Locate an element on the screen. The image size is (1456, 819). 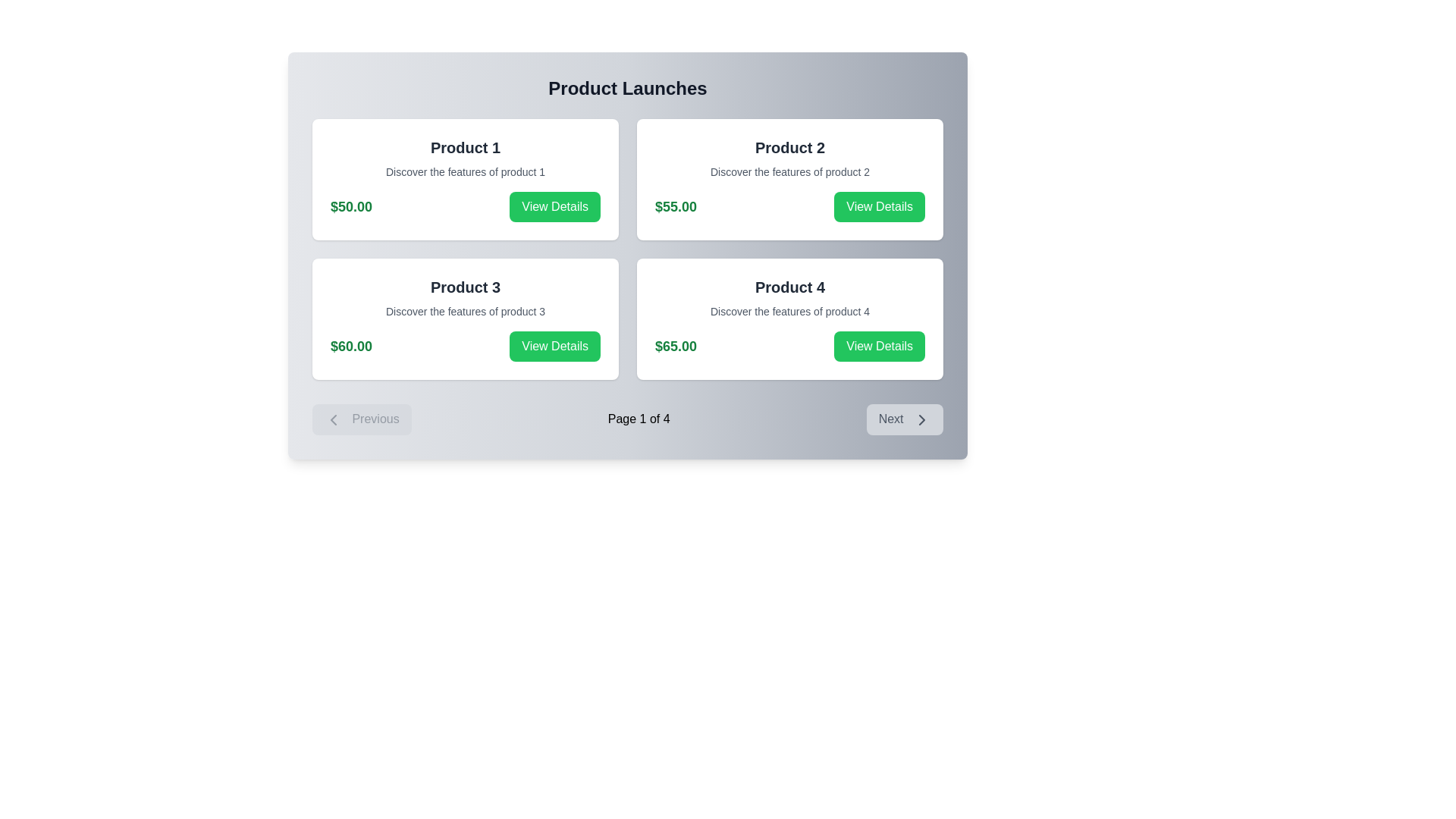
the static text header identifying 'Product 4' located in the top section of the fourth product card in a 2x2 grid layout is located at coordinates (789, 287).